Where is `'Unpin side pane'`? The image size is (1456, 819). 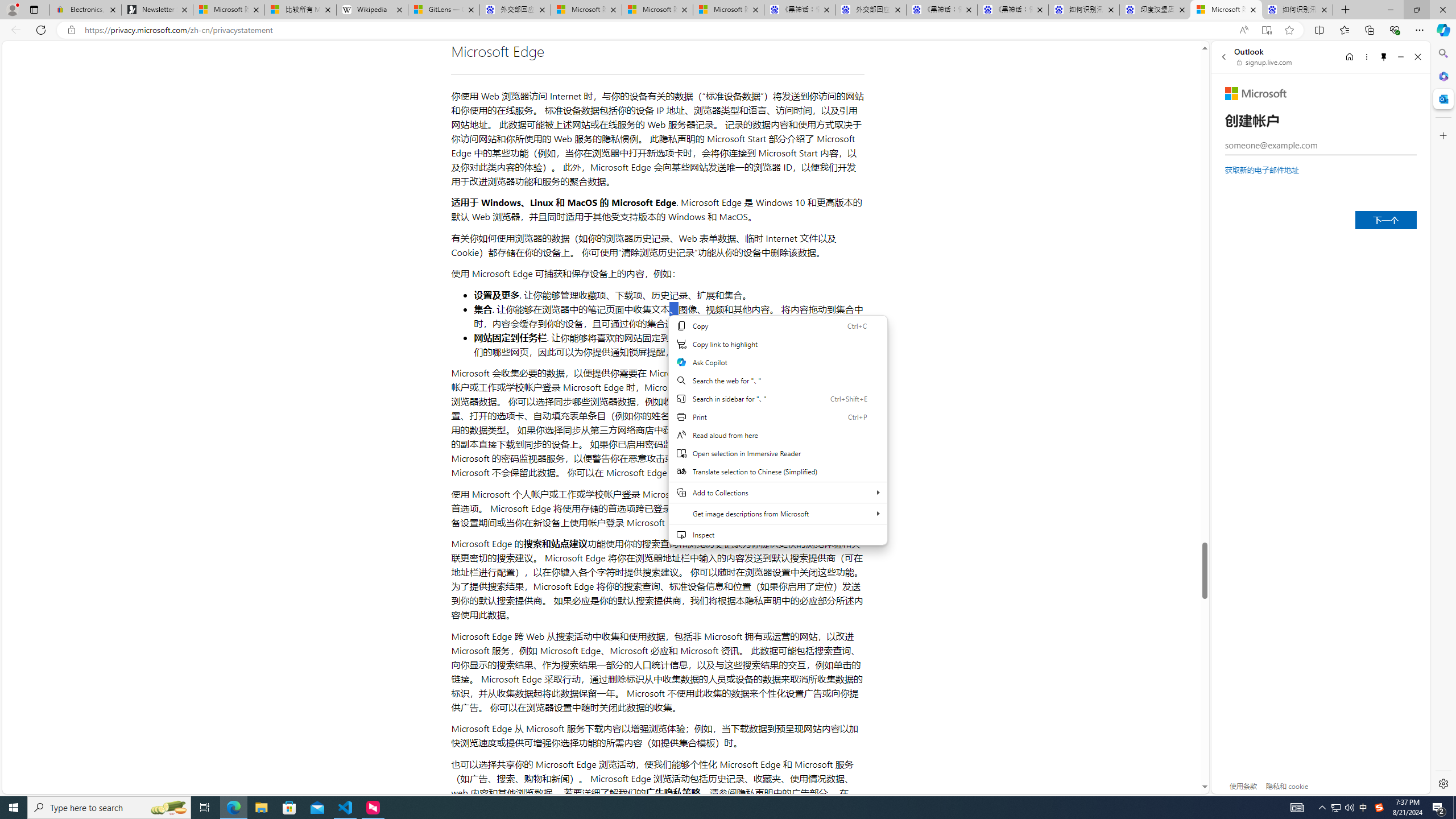 'Unpin side pane' is located at coordinates (1384, 56).